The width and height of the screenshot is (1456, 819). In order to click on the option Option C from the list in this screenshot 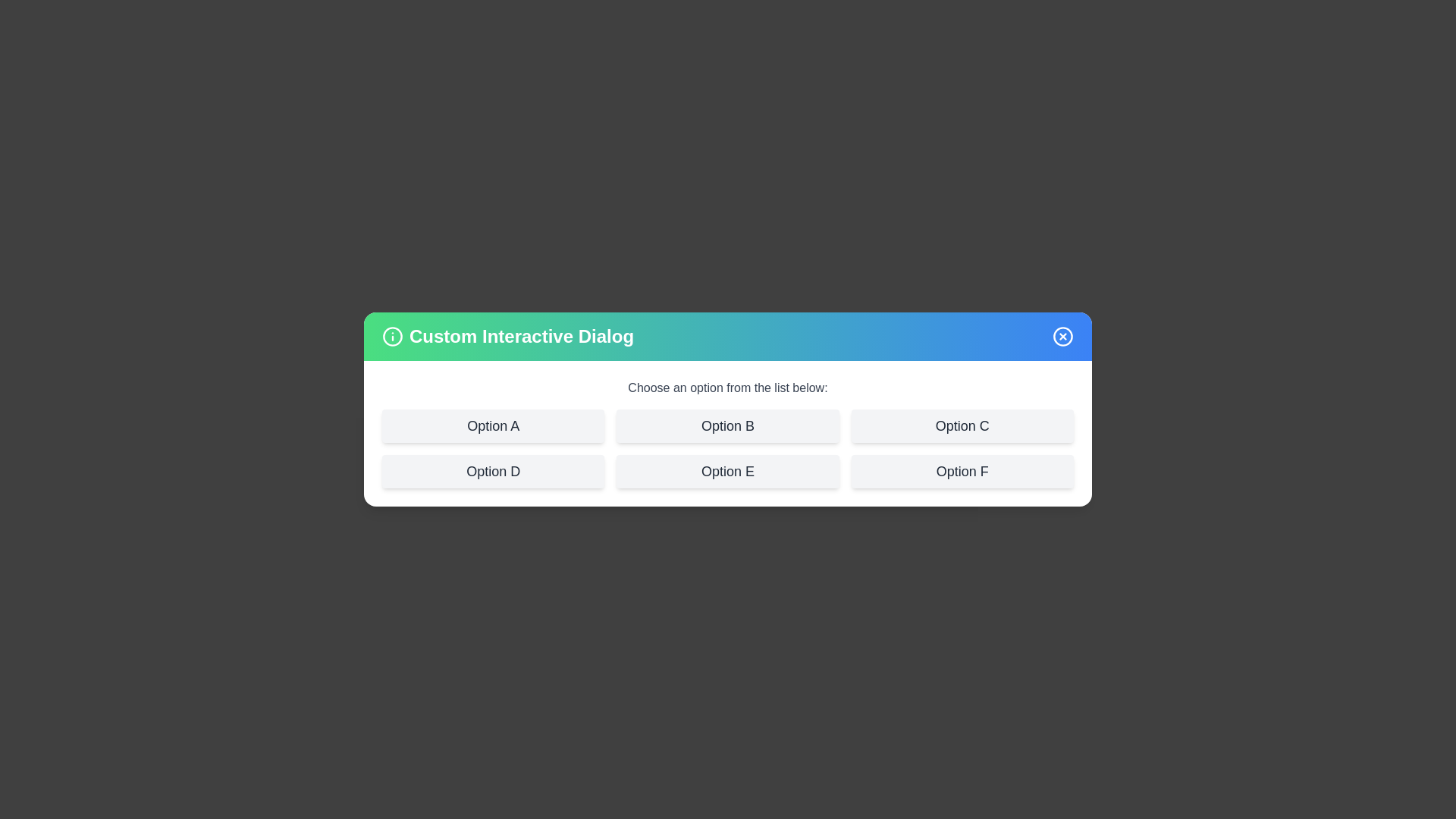, I will do `click(961, 426)`.